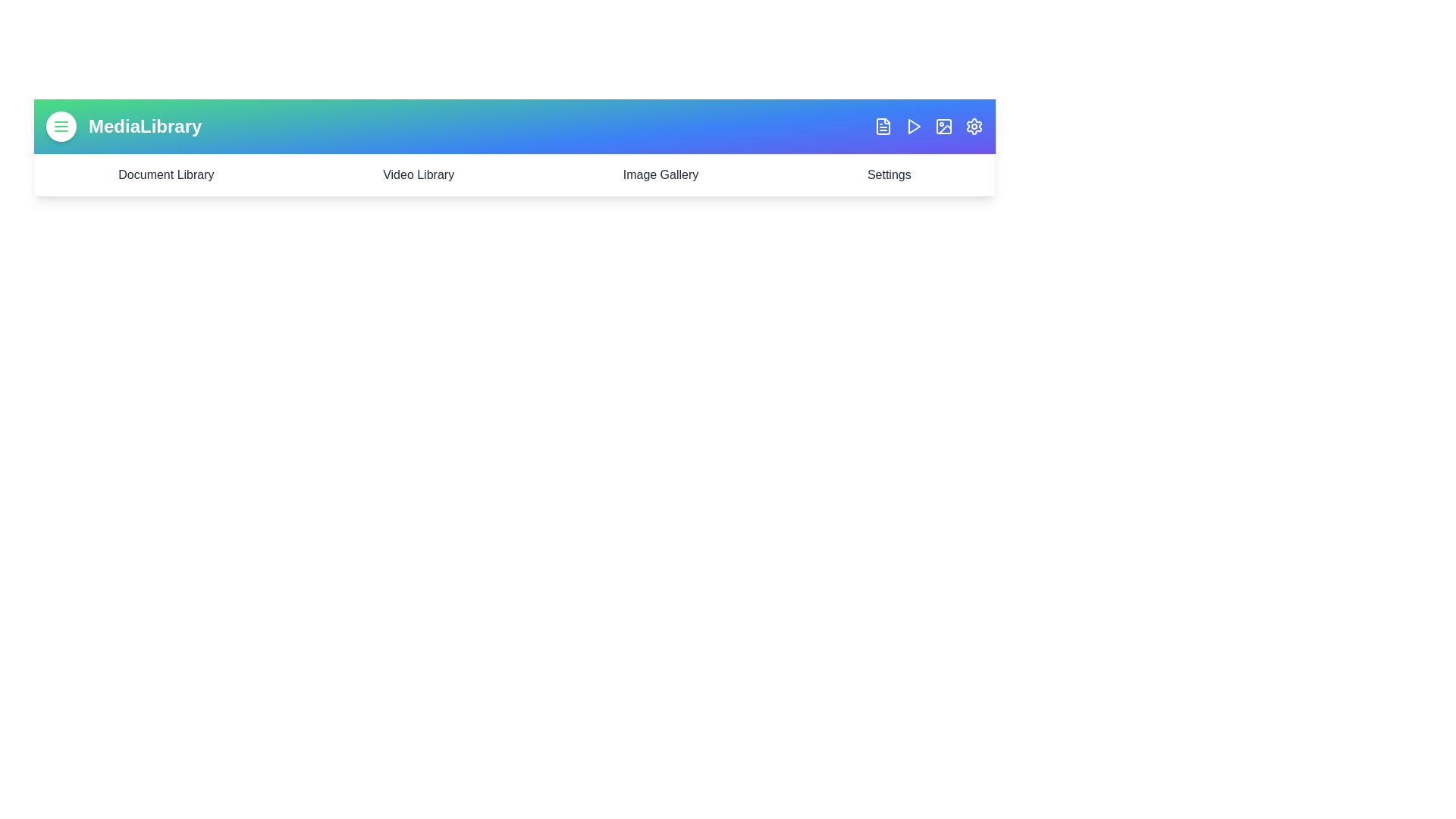  I want to click on the FileText icon to trigger its associated action, so click(883, 125).